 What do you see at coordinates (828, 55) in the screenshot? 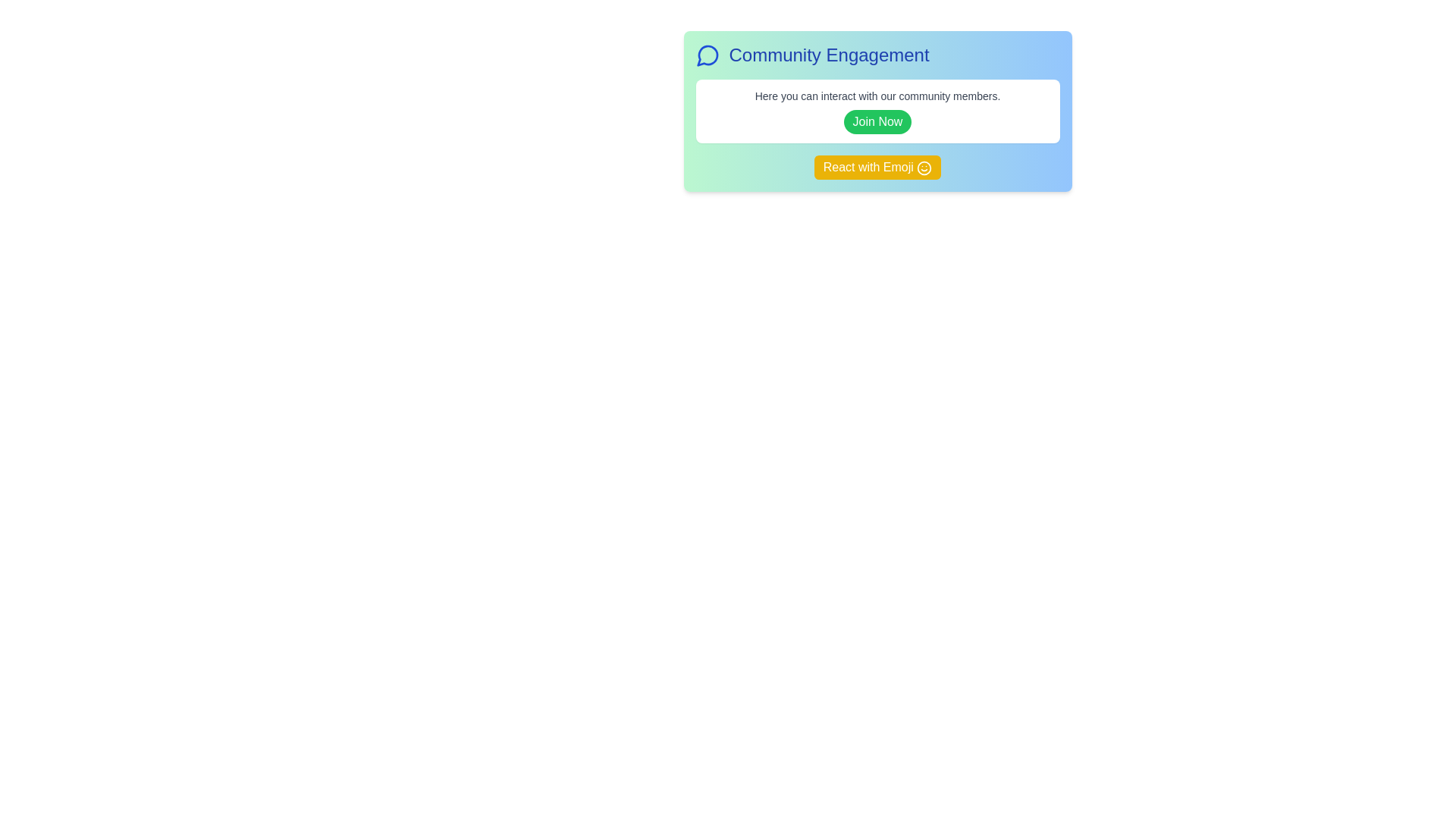
I see `the text label displaying 'Community Engagement', which is a prominent heading styled in large bold dark blue font located at the top section of the panel` at bounding box center [828, 55].